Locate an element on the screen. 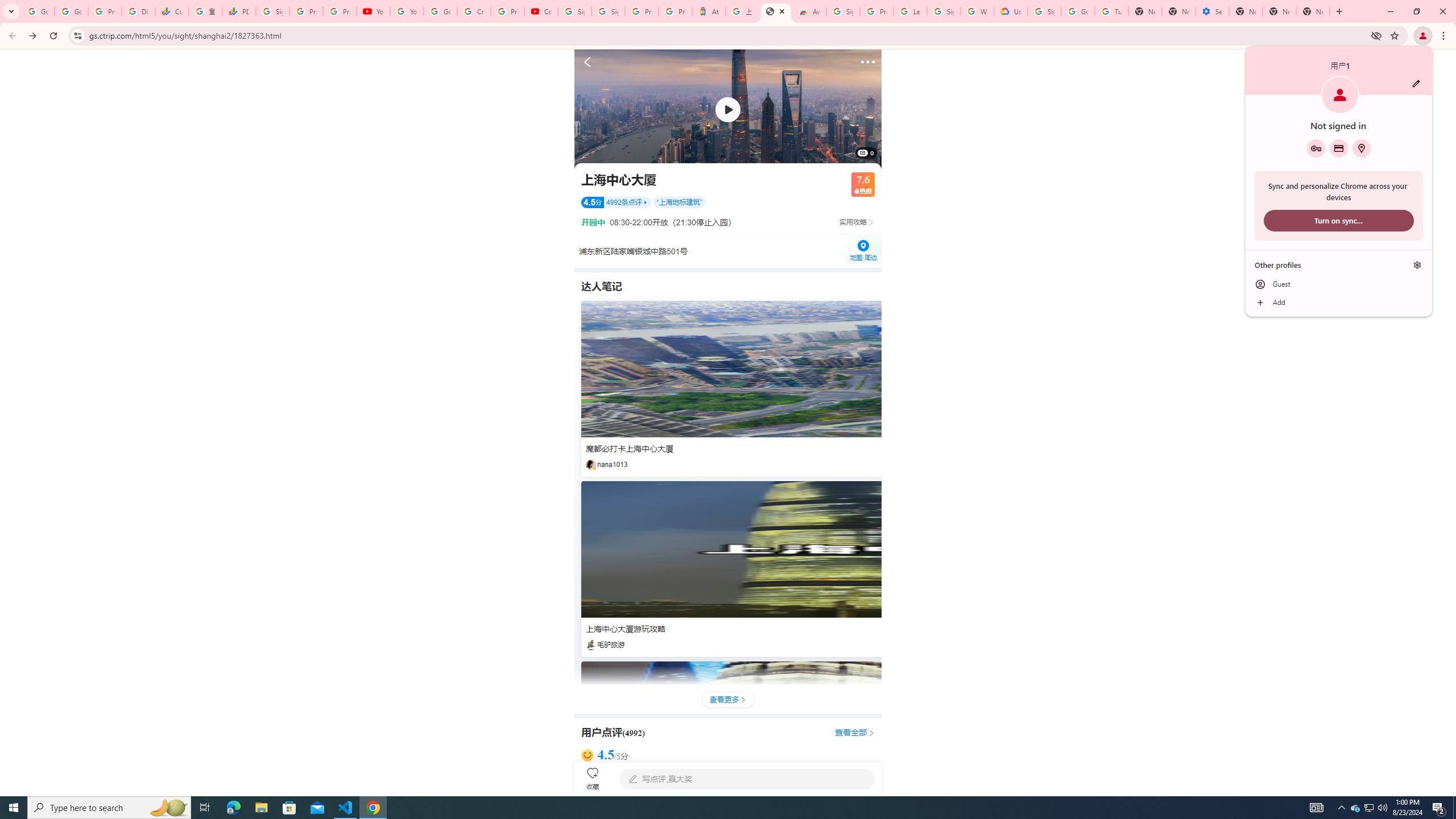  'Notification Chevron' is located at coordinates (1342, 806).